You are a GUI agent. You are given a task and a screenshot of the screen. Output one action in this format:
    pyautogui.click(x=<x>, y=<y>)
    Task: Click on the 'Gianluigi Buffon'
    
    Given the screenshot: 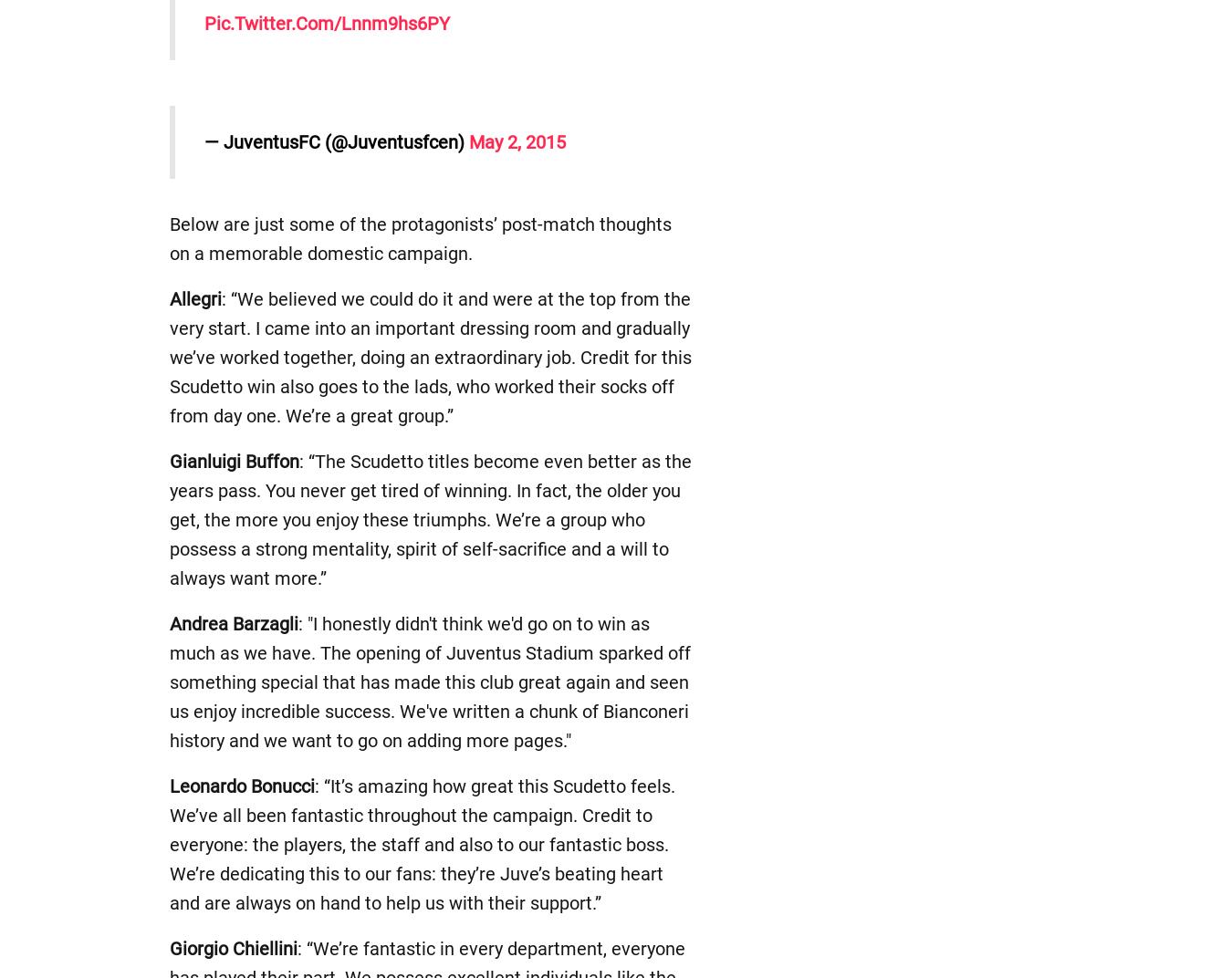 What is the action you would take?
    pyautogui.click(x=232, y=461)
    